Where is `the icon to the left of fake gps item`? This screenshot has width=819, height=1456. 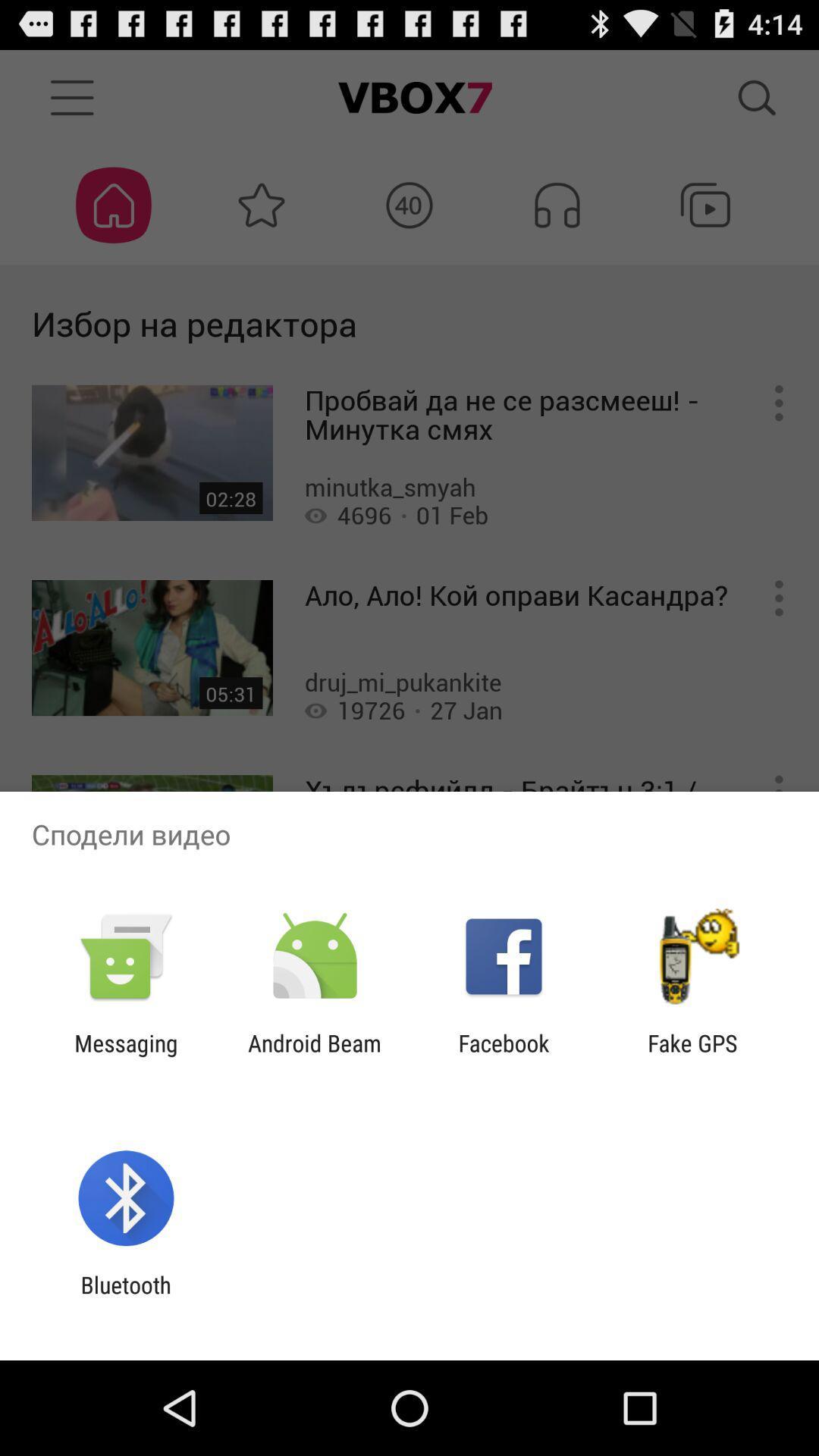
the icon to the left of fake gps item is located at coordinates (504, 1056).